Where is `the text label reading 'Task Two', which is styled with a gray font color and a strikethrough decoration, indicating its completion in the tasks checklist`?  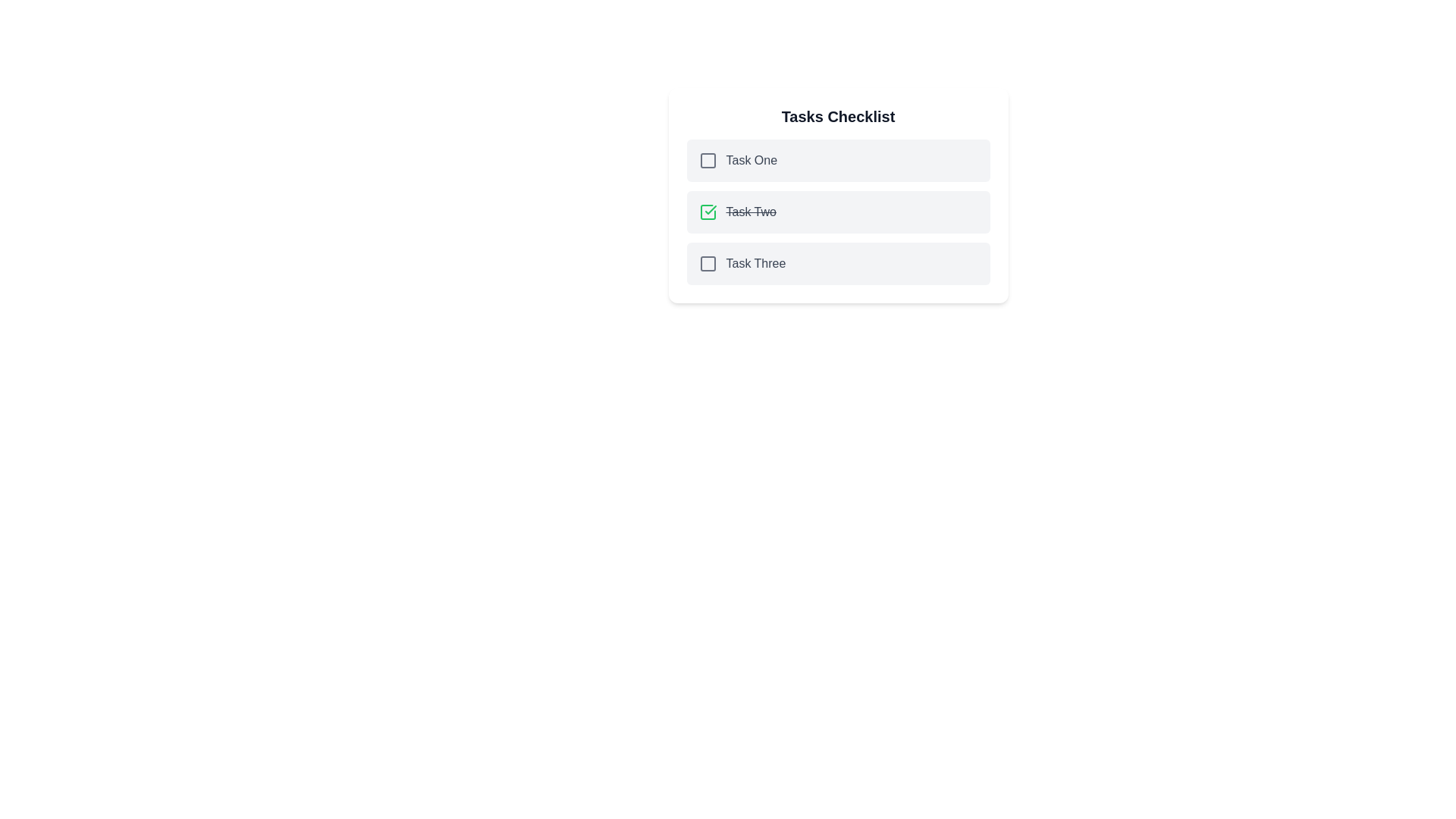 the text label reading 'Task Two', which is styled with a gray font color and a strikethrough decoration, indicating its completion in the tasks checklist is located at coordinates (751, 212).